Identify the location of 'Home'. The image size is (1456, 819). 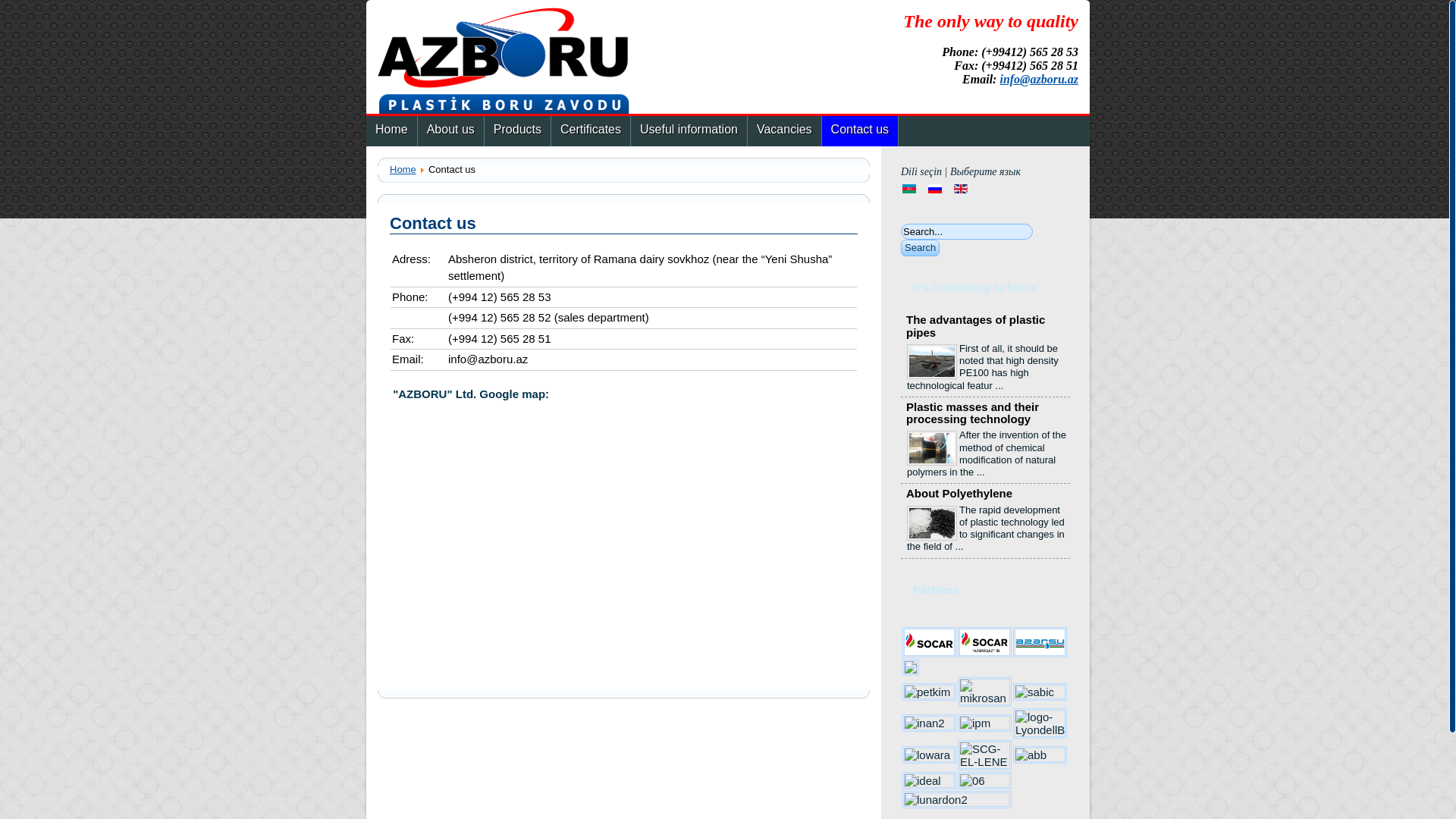
(391, 130).